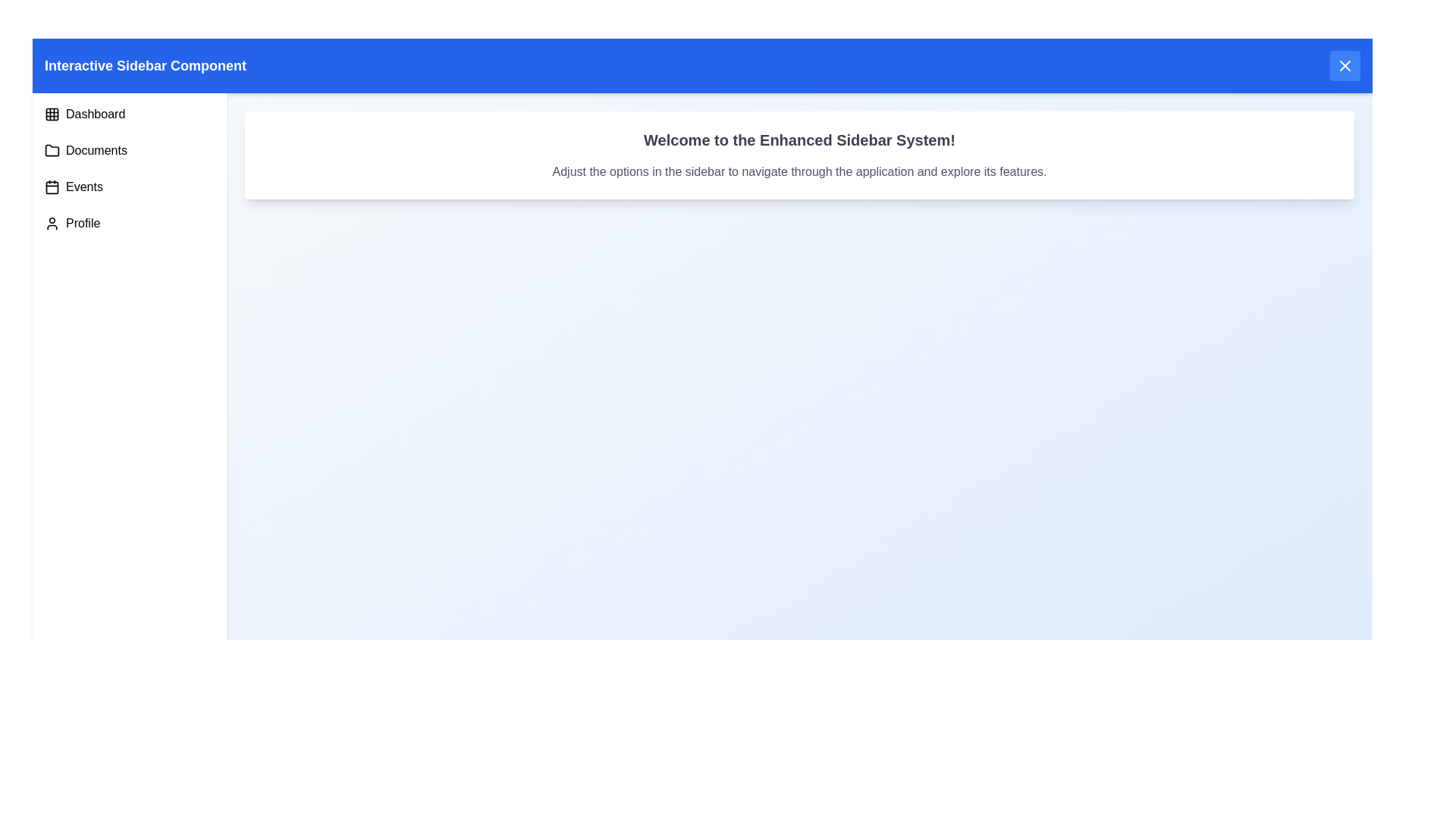  I want to click on the third List Item in the left sidebar that accesses the 'Events' section, so click(130, 186).